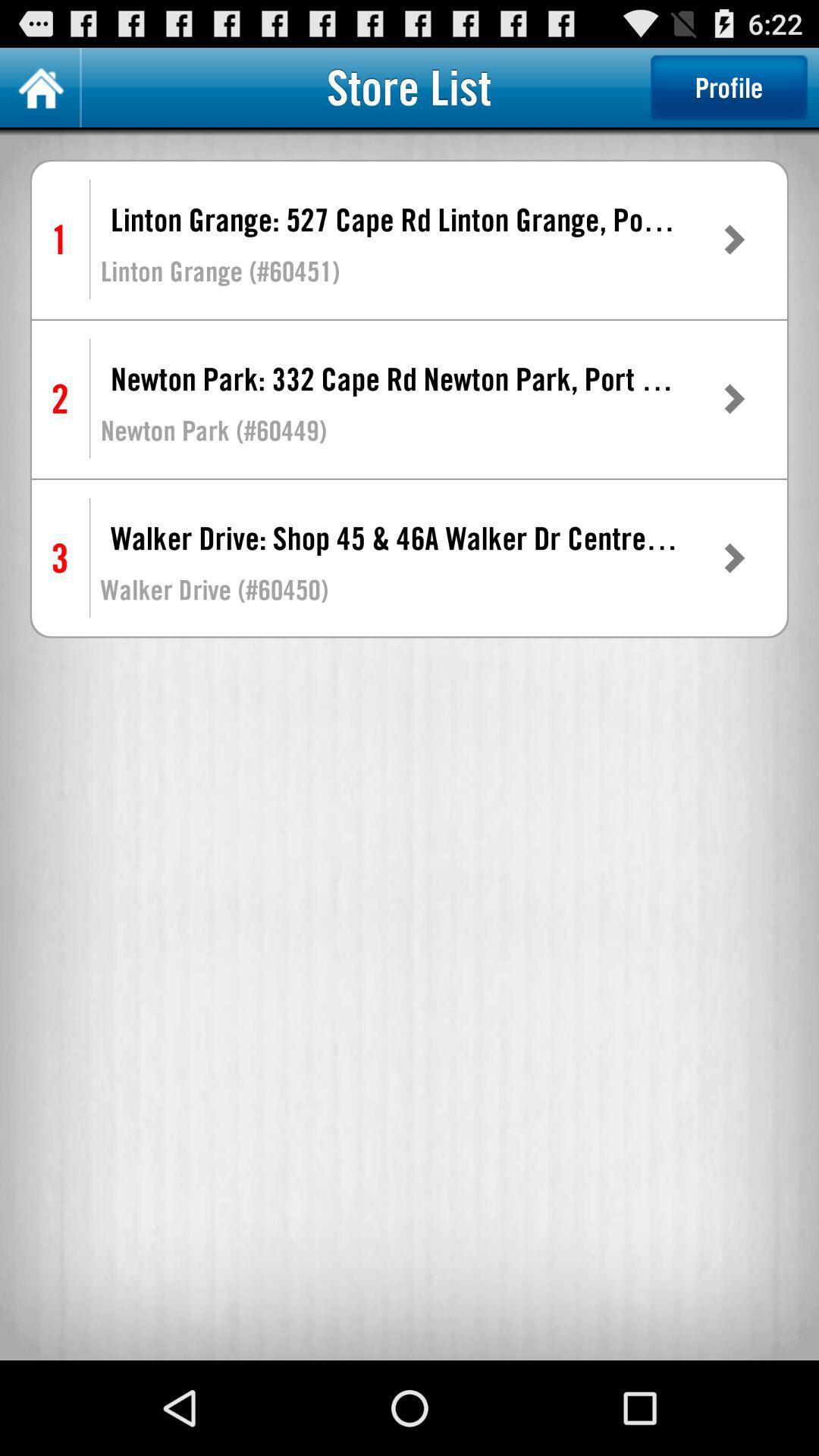  What do you see at coordinates (59, 557) in the screenshot?
I see `3` at bounding box center [59, 557].